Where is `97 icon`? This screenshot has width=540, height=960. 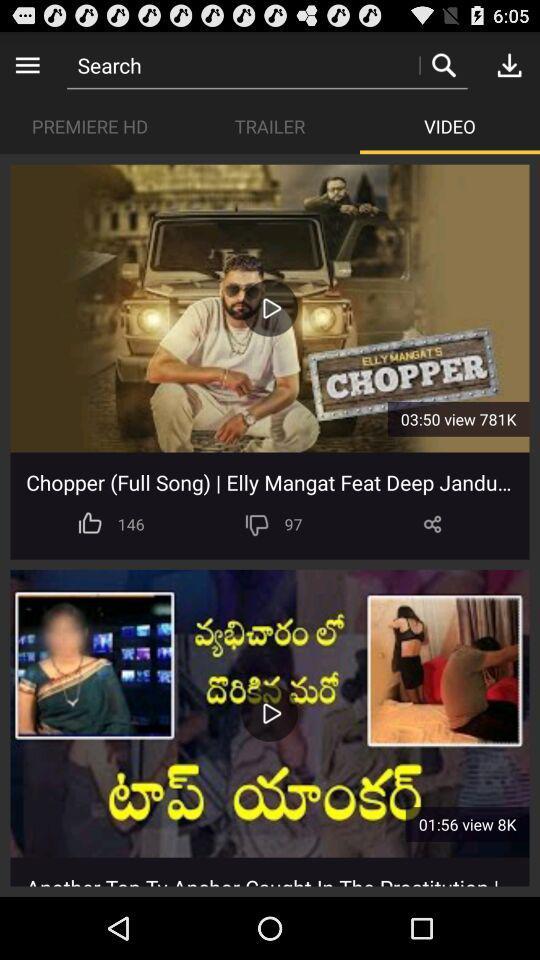 97 icon is located at coordinates (292, 523).